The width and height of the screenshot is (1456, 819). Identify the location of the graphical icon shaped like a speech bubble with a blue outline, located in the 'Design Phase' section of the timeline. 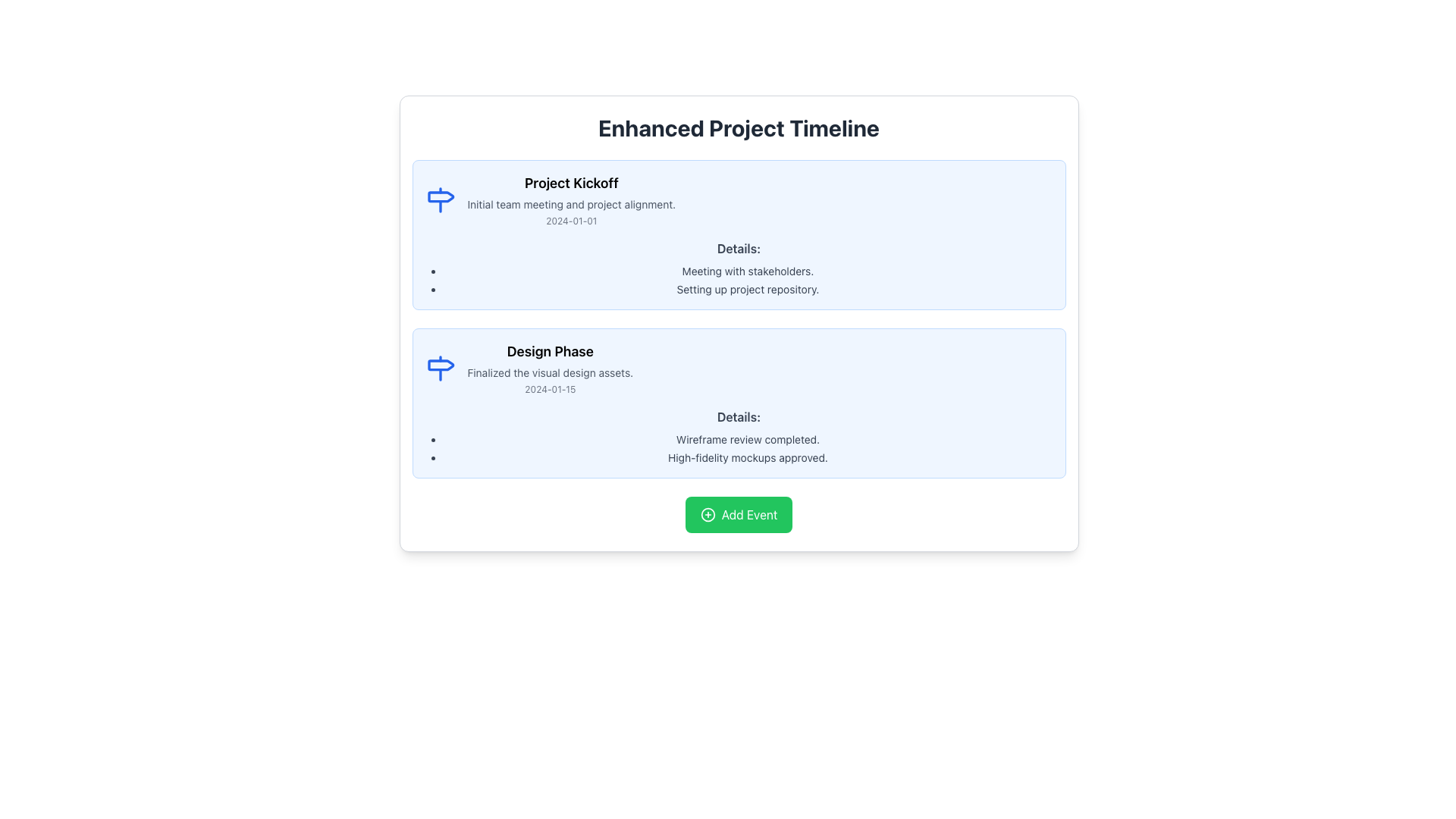
(440, 365).